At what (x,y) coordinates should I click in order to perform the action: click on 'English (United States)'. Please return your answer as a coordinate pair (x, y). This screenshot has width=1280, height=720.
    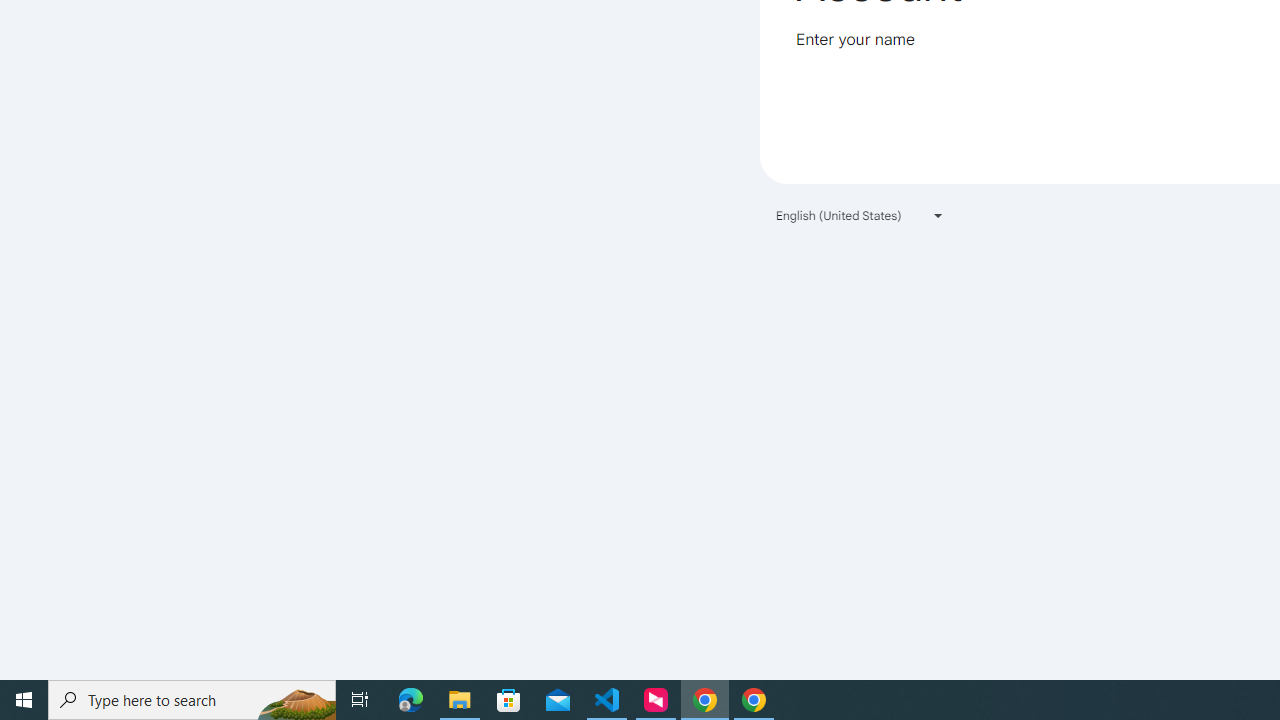
    Looking at the image, I should click on (860, 215).